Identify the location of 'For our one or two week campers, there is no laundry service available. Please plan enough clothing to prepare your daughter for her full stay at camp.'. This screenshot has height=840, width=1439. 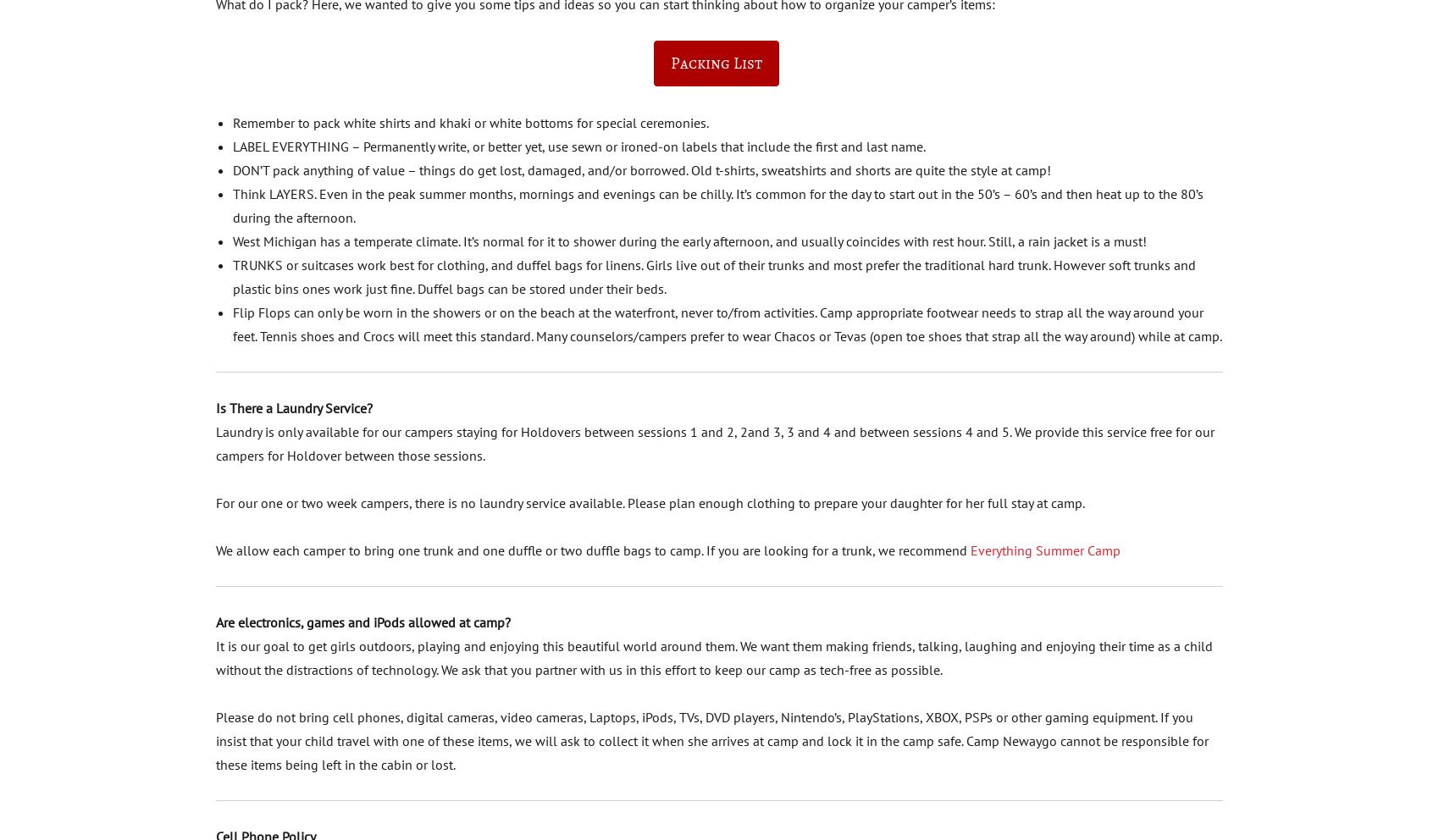
(649, 501).